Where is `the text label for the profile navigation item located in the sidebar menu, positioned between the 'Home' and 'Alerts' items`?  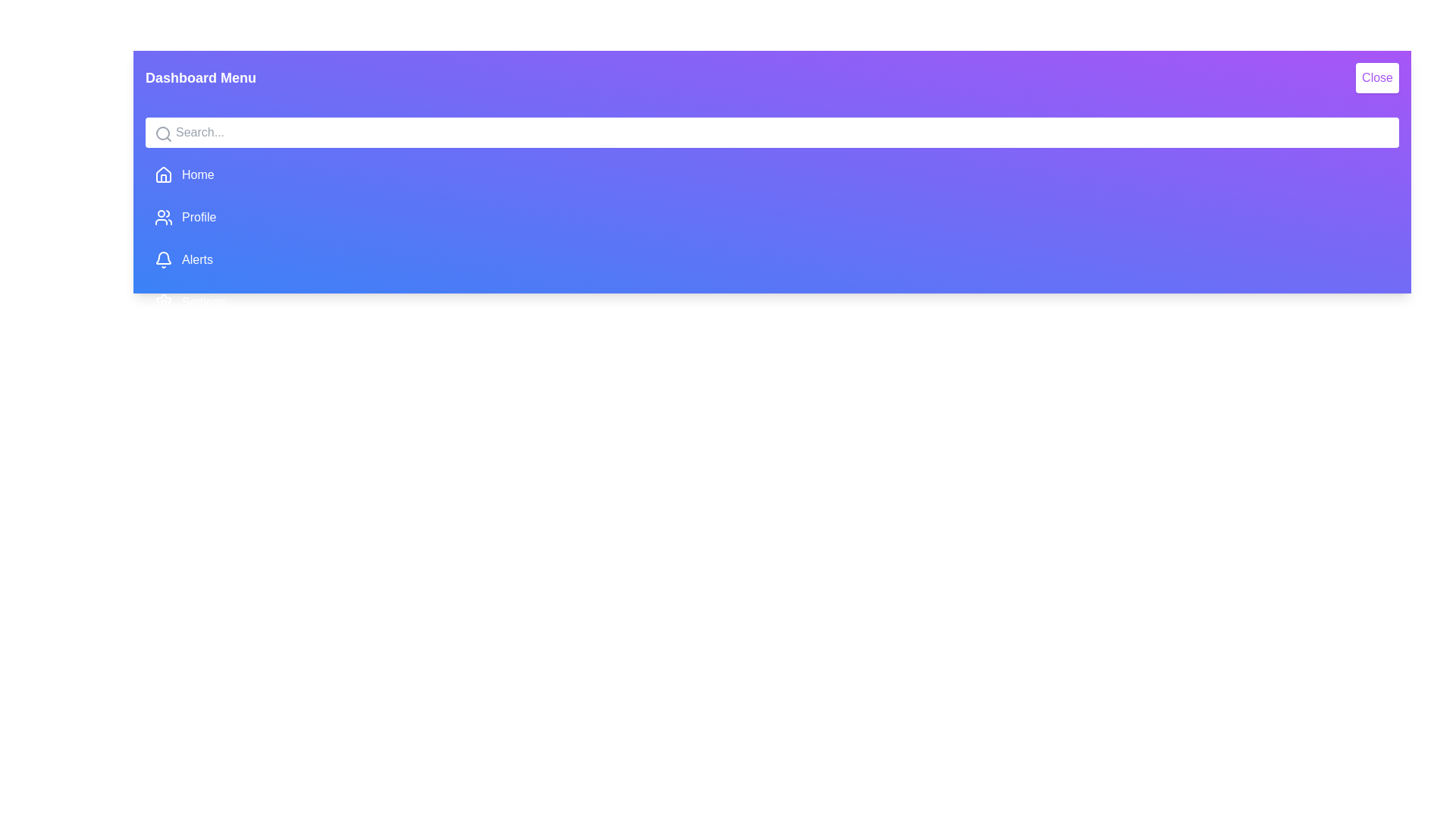
the text label for the profile navigation item located in the sidebar menu, positioned between the 'Home' and 'Alerts' items is located at coordinates (198, 217).